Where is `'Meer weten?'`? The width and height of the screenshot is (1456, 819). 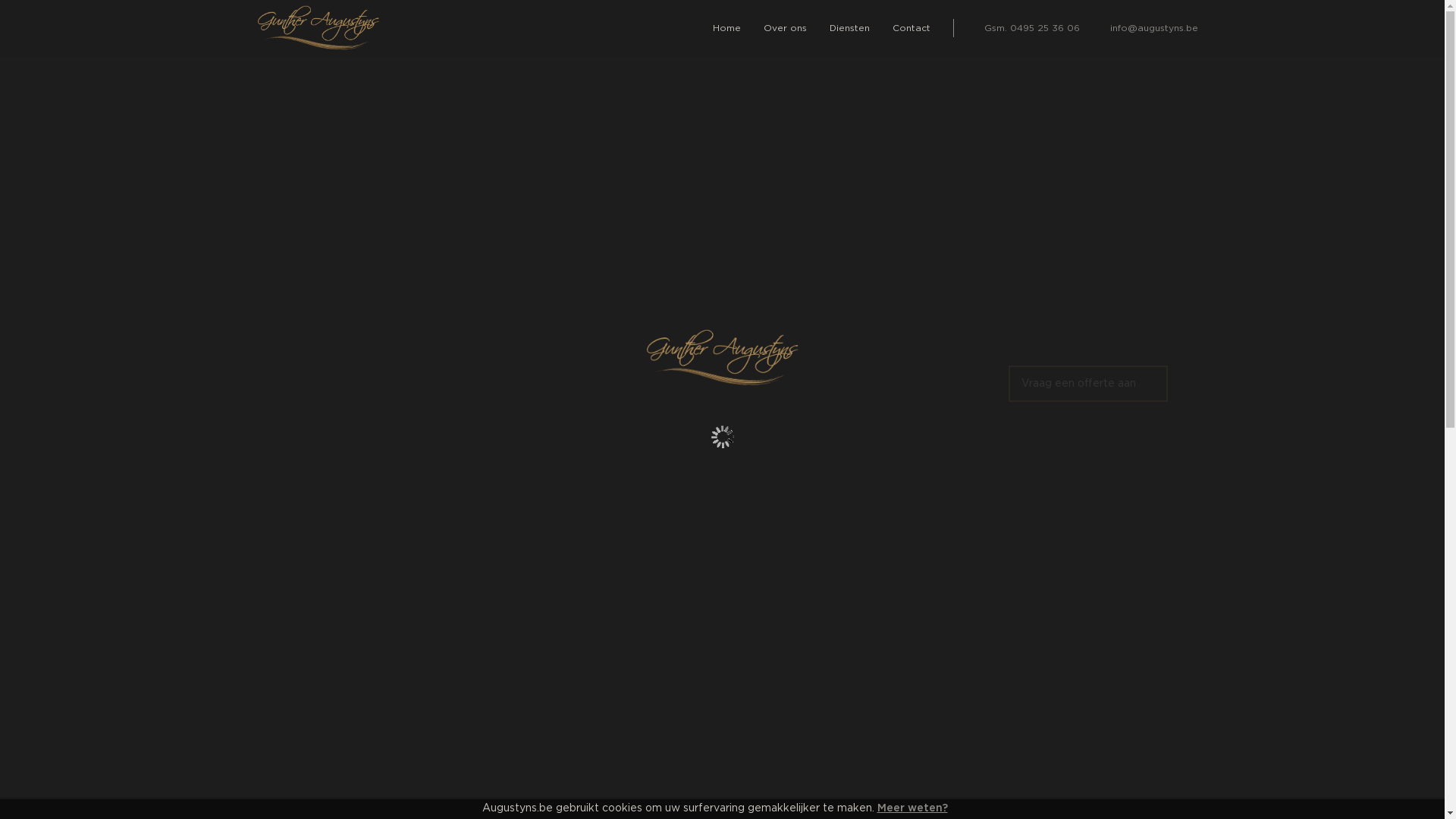
'Meer weten?' is located at coordinates (877, 807).